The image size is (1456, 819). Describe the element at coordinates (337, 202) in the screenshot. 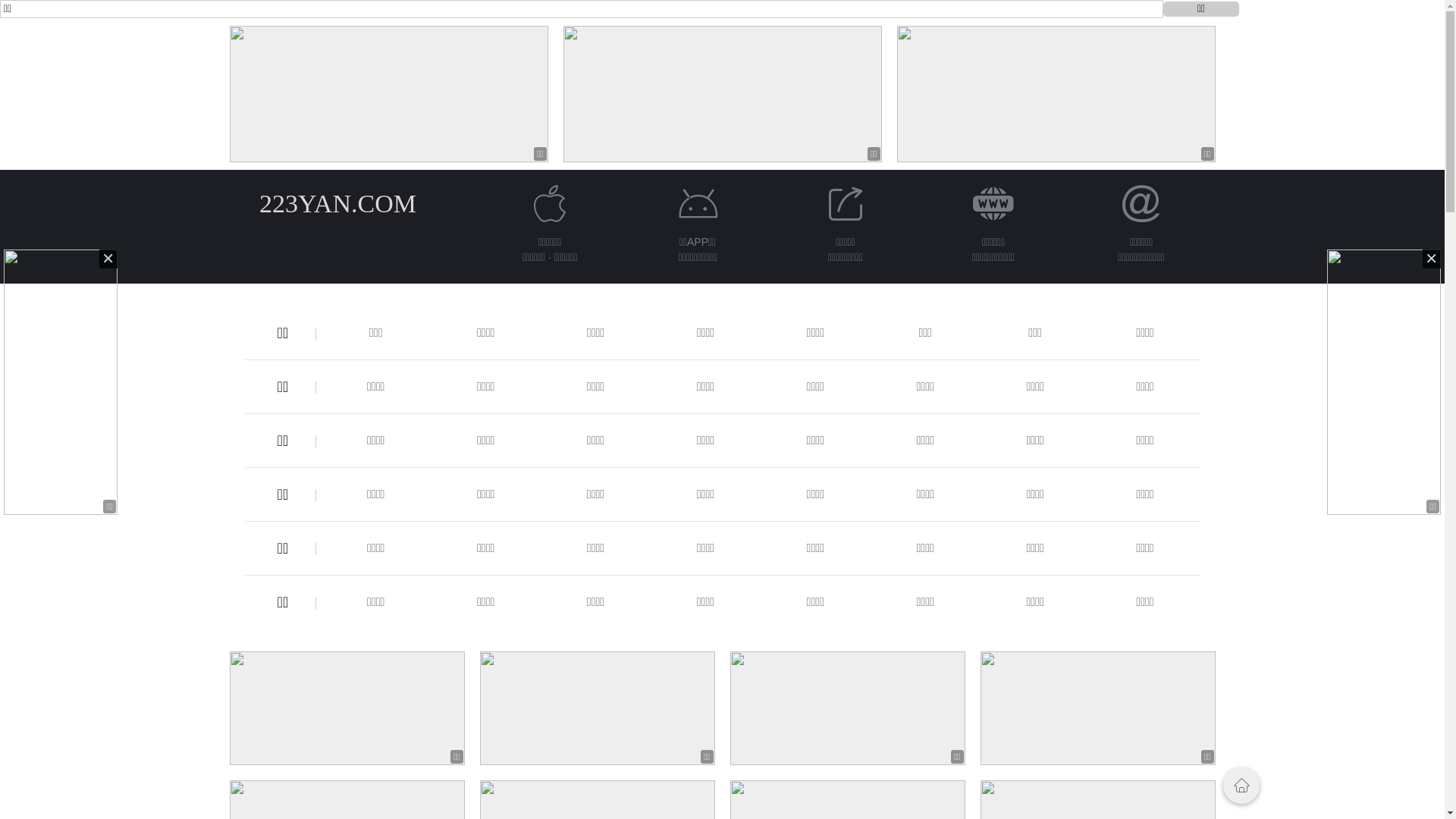

I see `'223YAN.COM'` at that location.